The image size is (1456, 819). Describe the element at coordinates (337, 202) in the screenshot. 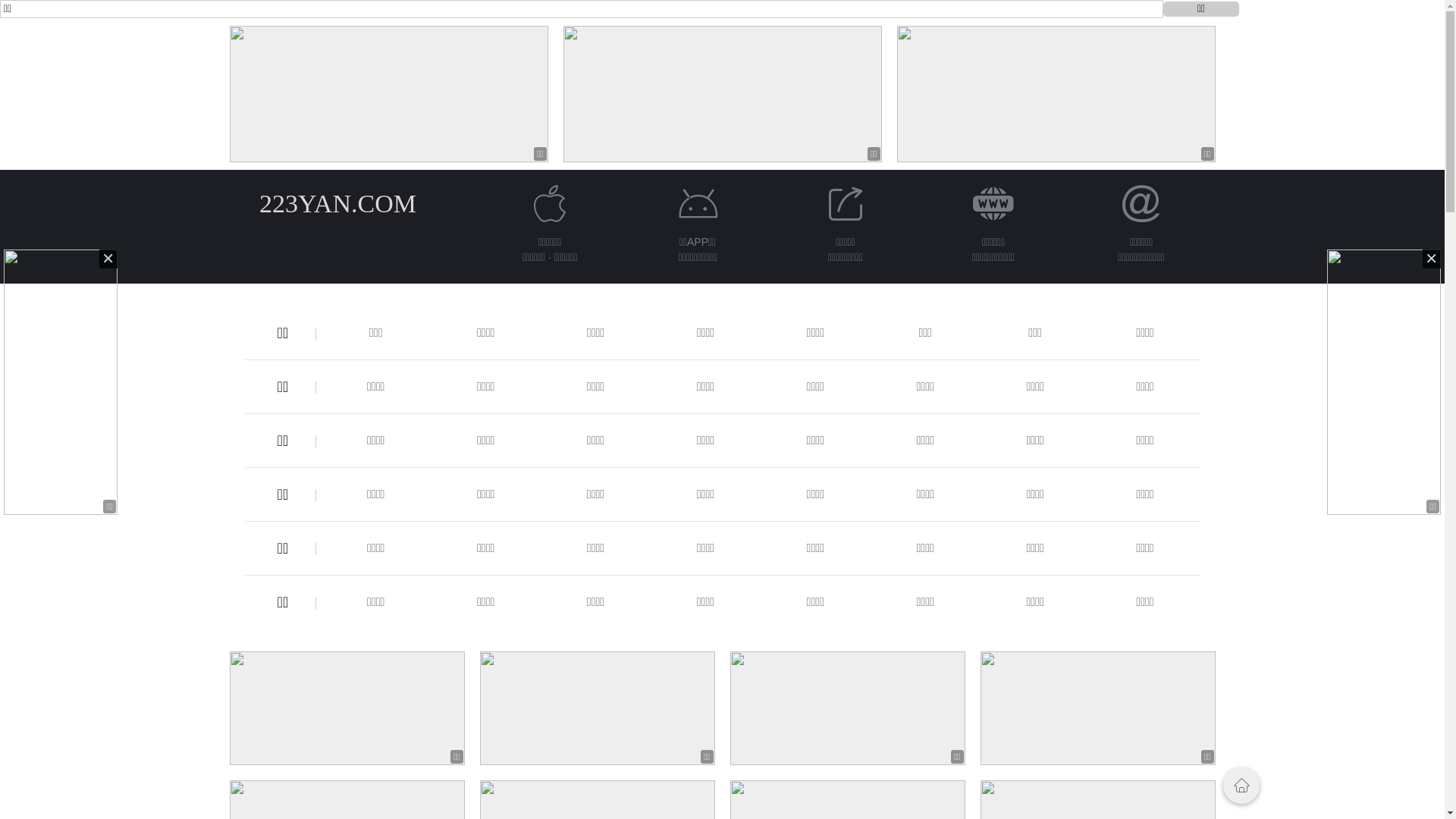

I see `'223YAN.COM'` at that location.